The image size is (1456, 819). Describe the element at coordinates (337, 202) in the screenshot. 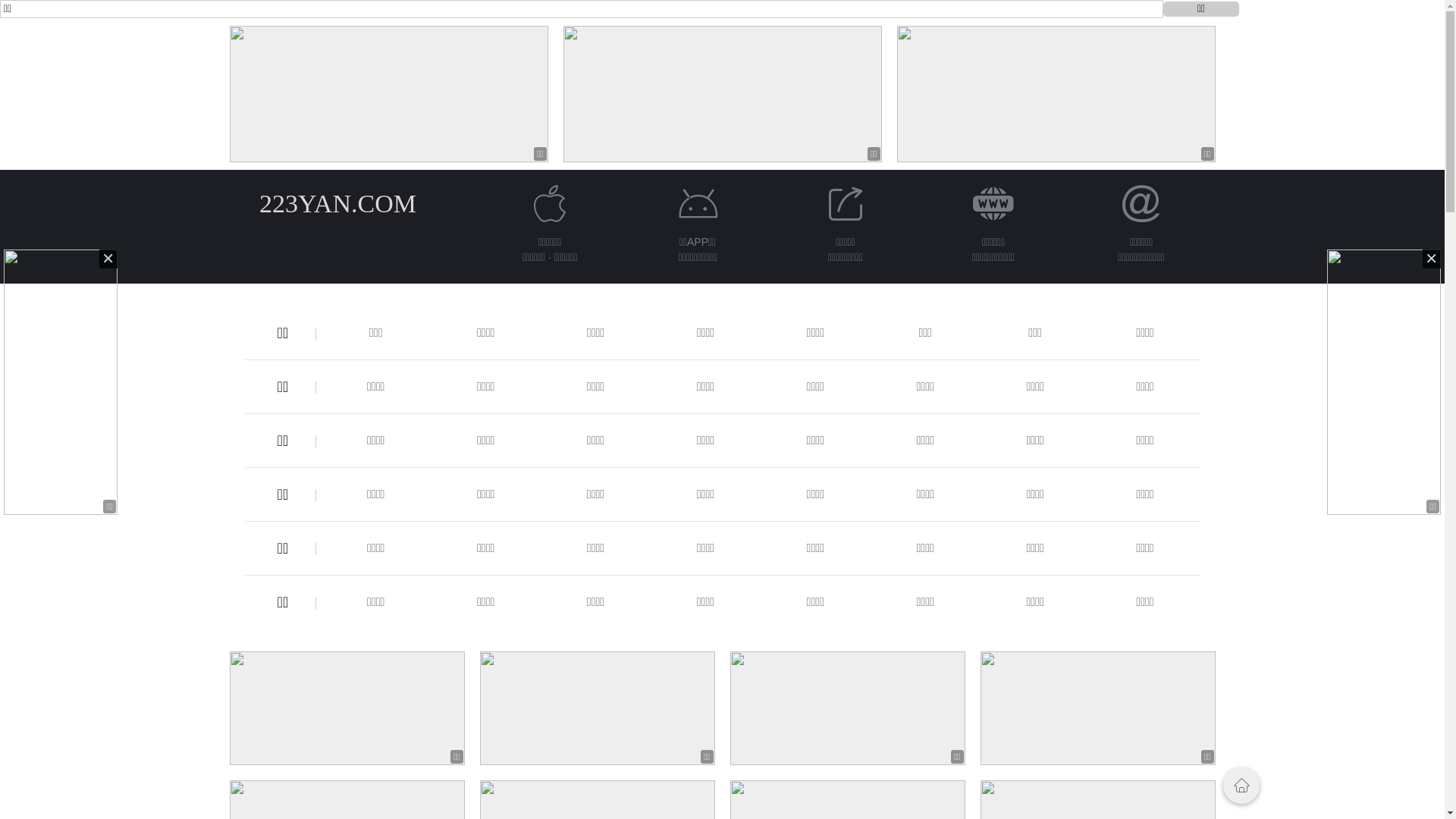

I see `'223YAN.COM'` at that location.